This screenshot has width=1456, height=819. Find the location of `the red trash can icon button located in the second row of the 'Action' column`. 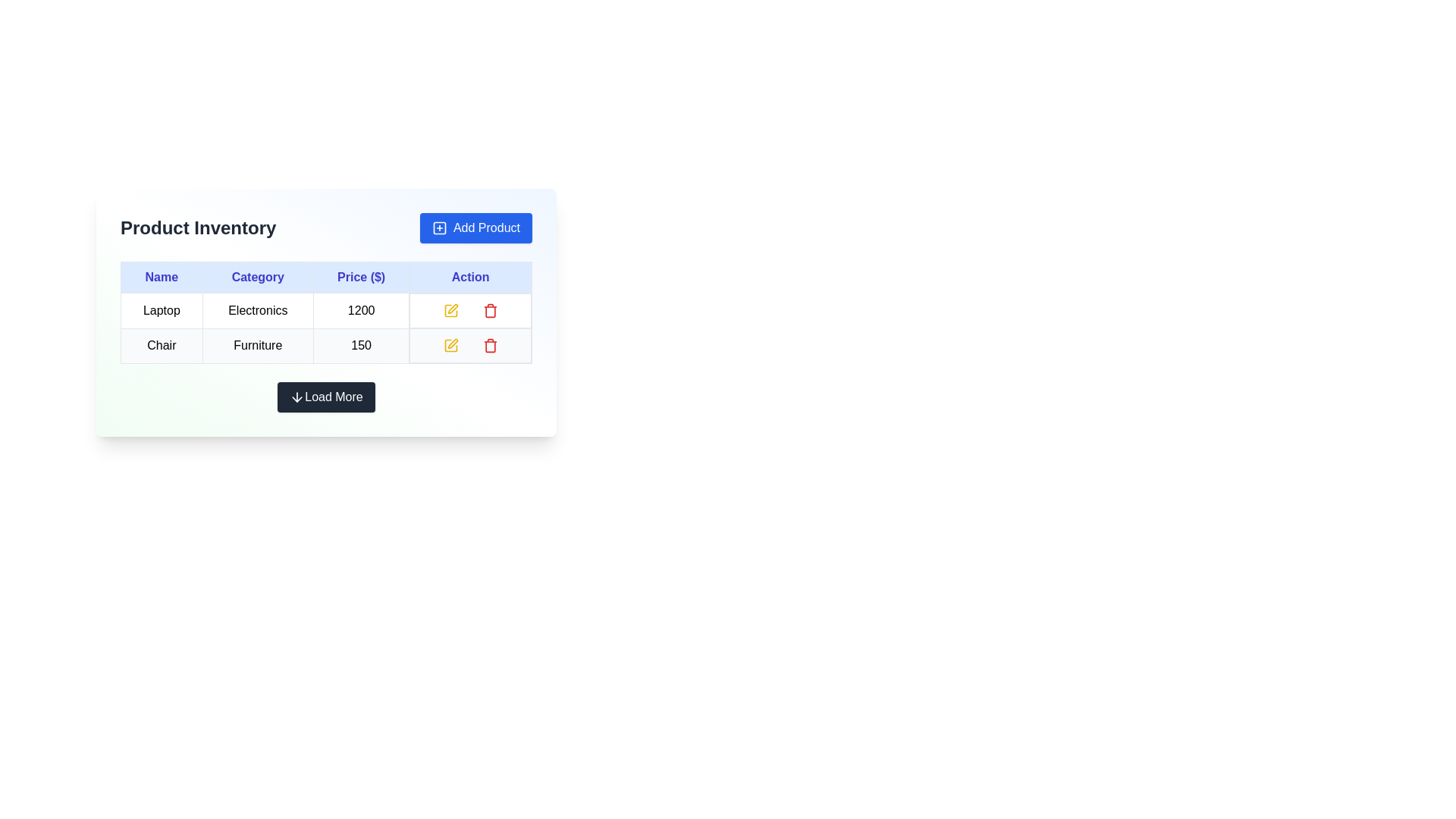

the red trash can icon button located in the second row of the 'Action' column is located at coordinates (490, 309).